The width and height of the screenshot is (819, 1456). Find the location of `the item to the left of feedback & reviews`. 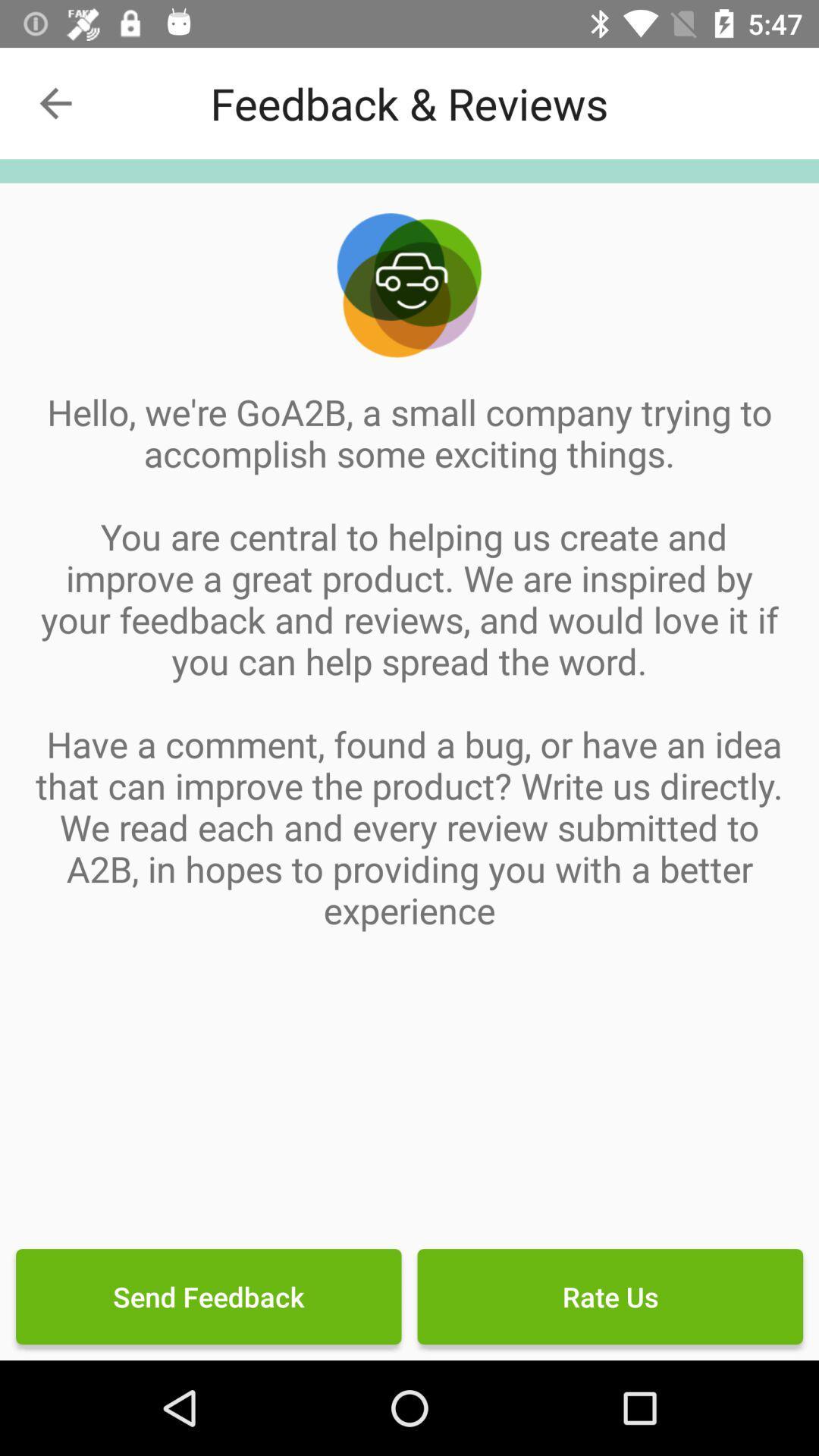

the item to the left of feedback & reviews is located at coordinates (55, 102).